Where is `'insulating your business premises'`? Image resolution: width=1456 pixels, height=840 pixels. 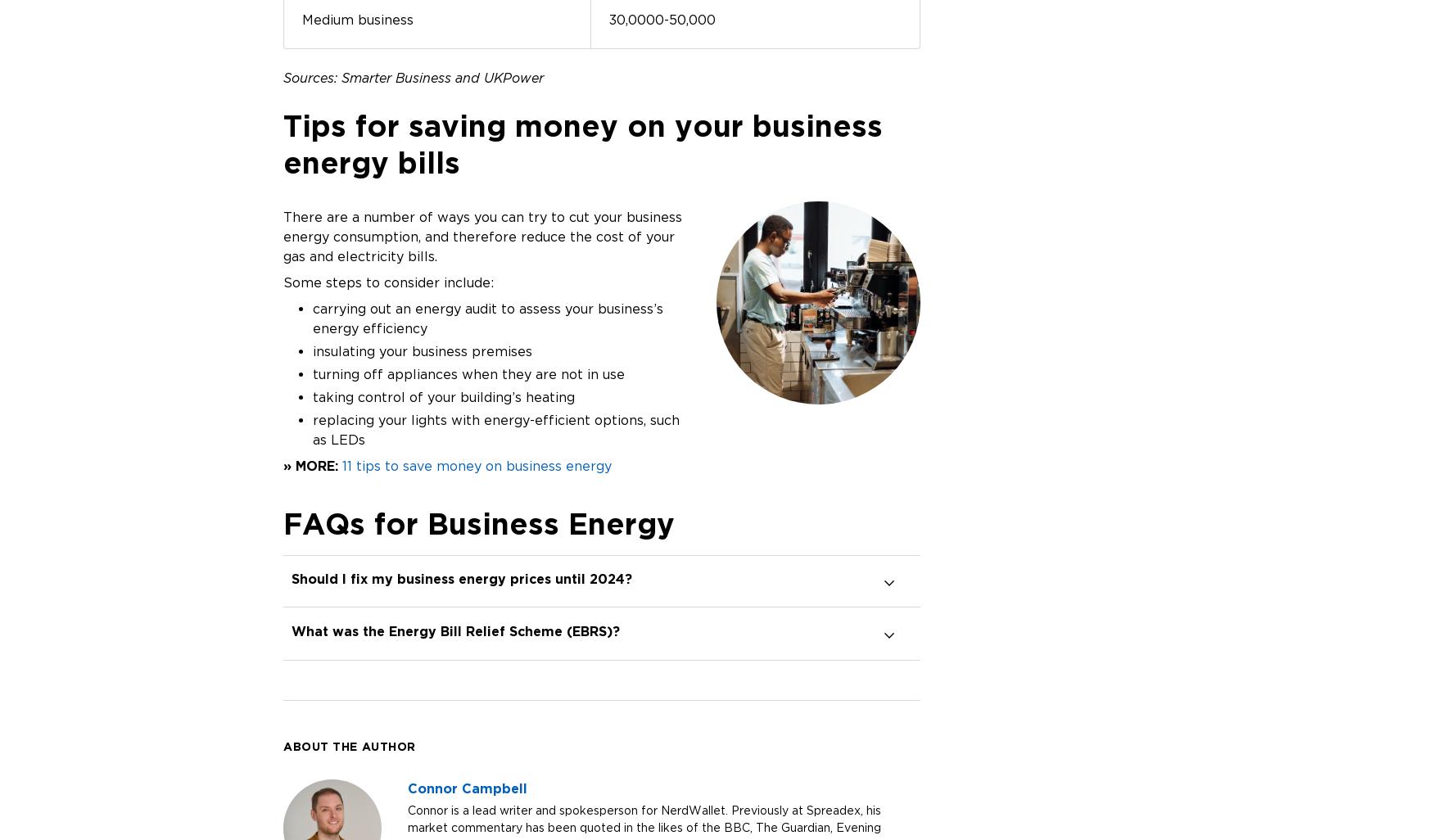
'insulating your business premises' is located at coordinates (422, 350).